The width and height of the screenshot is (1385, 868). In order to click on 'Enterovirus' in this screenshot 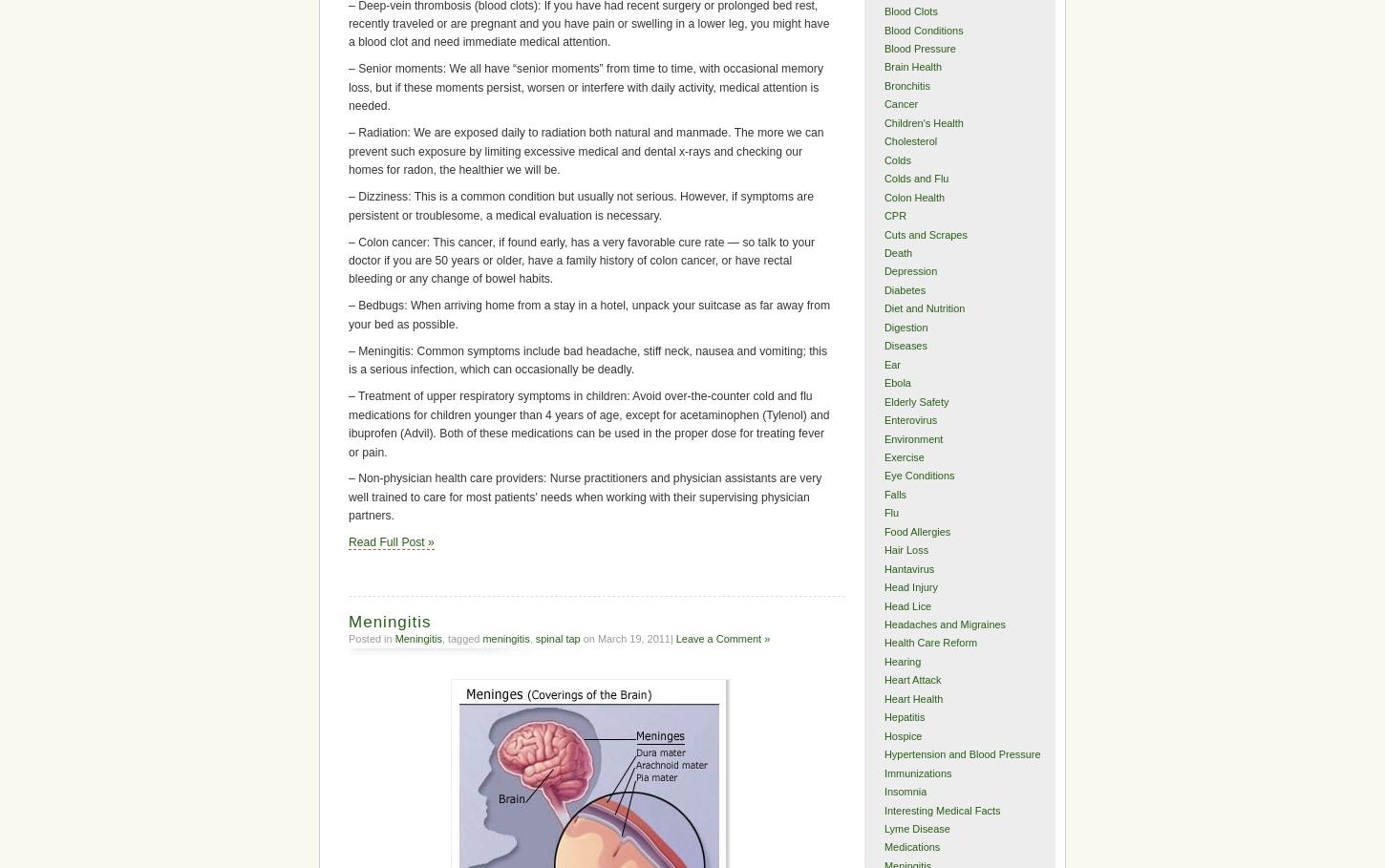, I will do `click(908, 418)`.